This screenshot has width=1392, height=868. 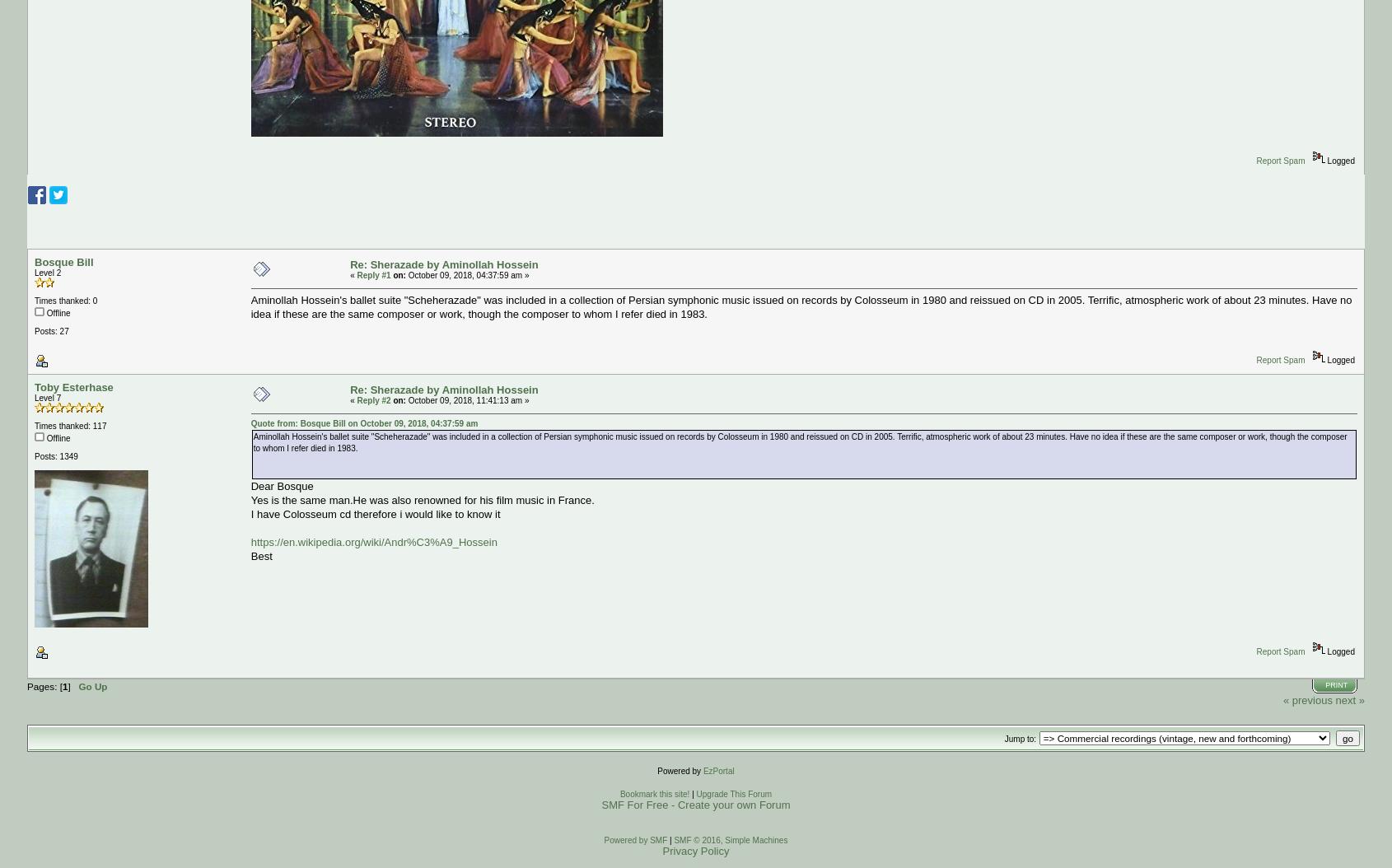 I want to click on 'I have Colosseum cd therefore i would like to know it', so click(x=375, y=513).